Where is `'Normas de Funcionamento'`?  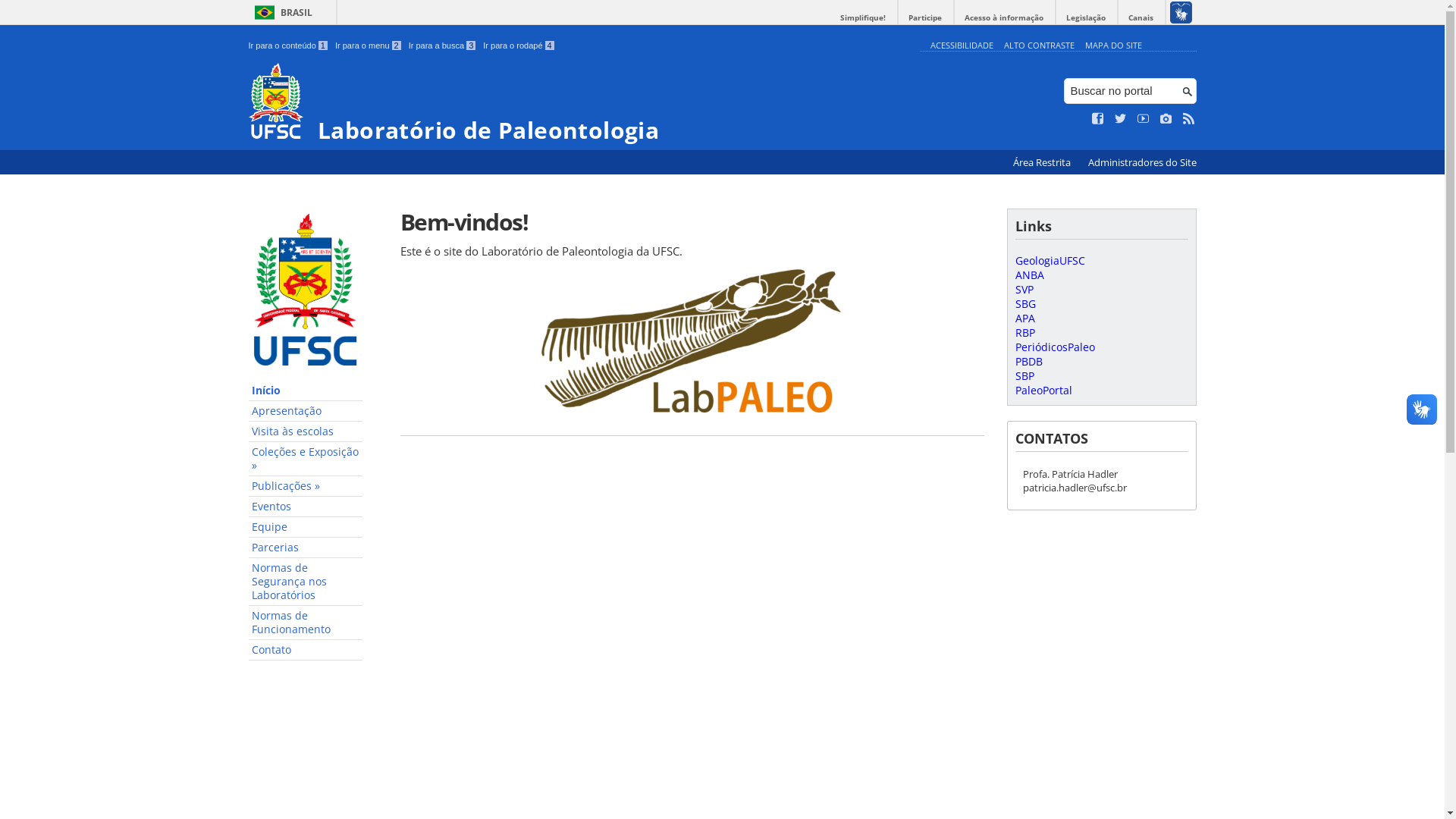 'Normas de Funcionamento' is located at coordinates (305, 623).